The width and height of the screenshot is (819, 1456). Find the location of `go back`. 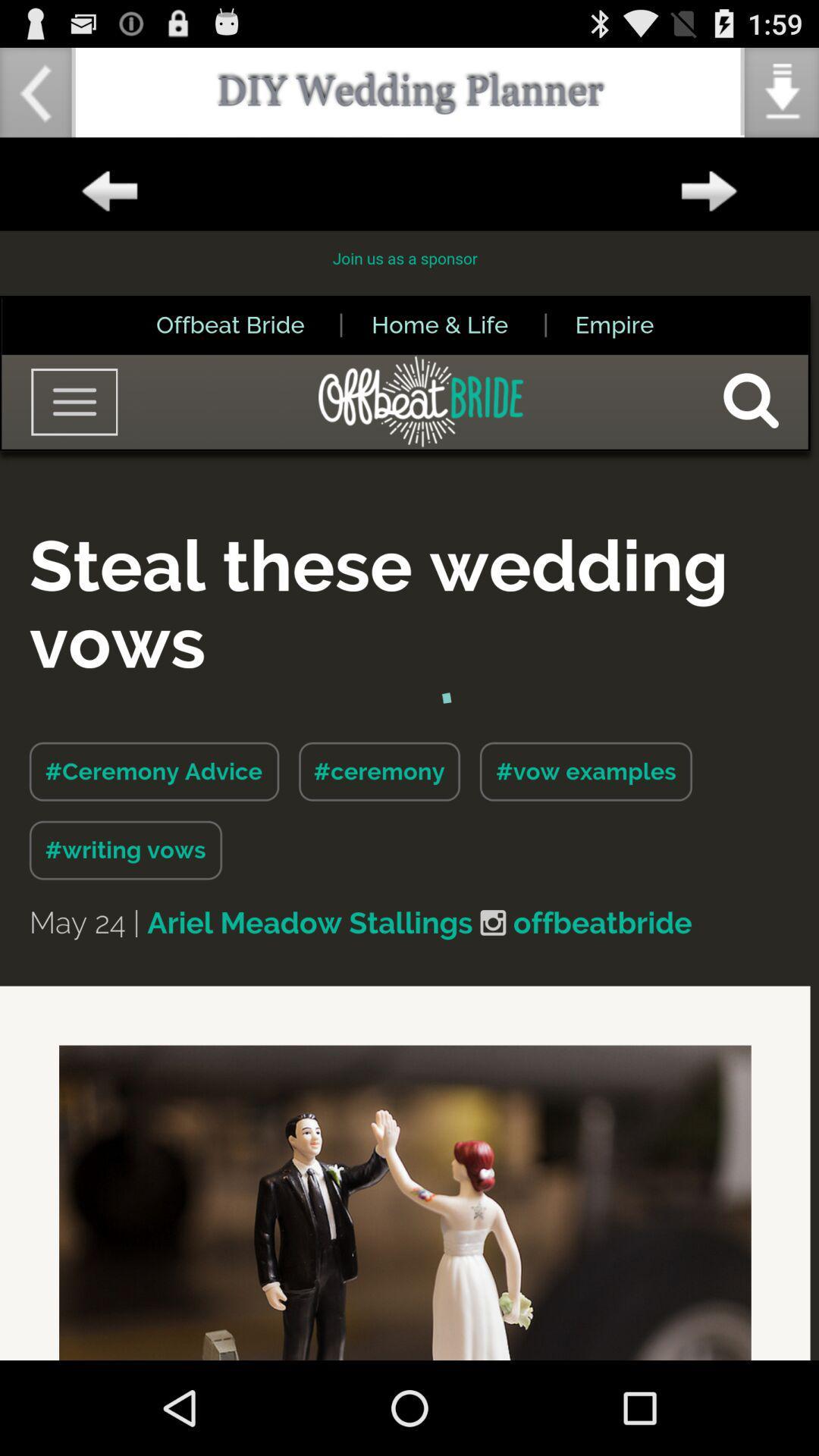

go back is located at coordinates (108, 191).